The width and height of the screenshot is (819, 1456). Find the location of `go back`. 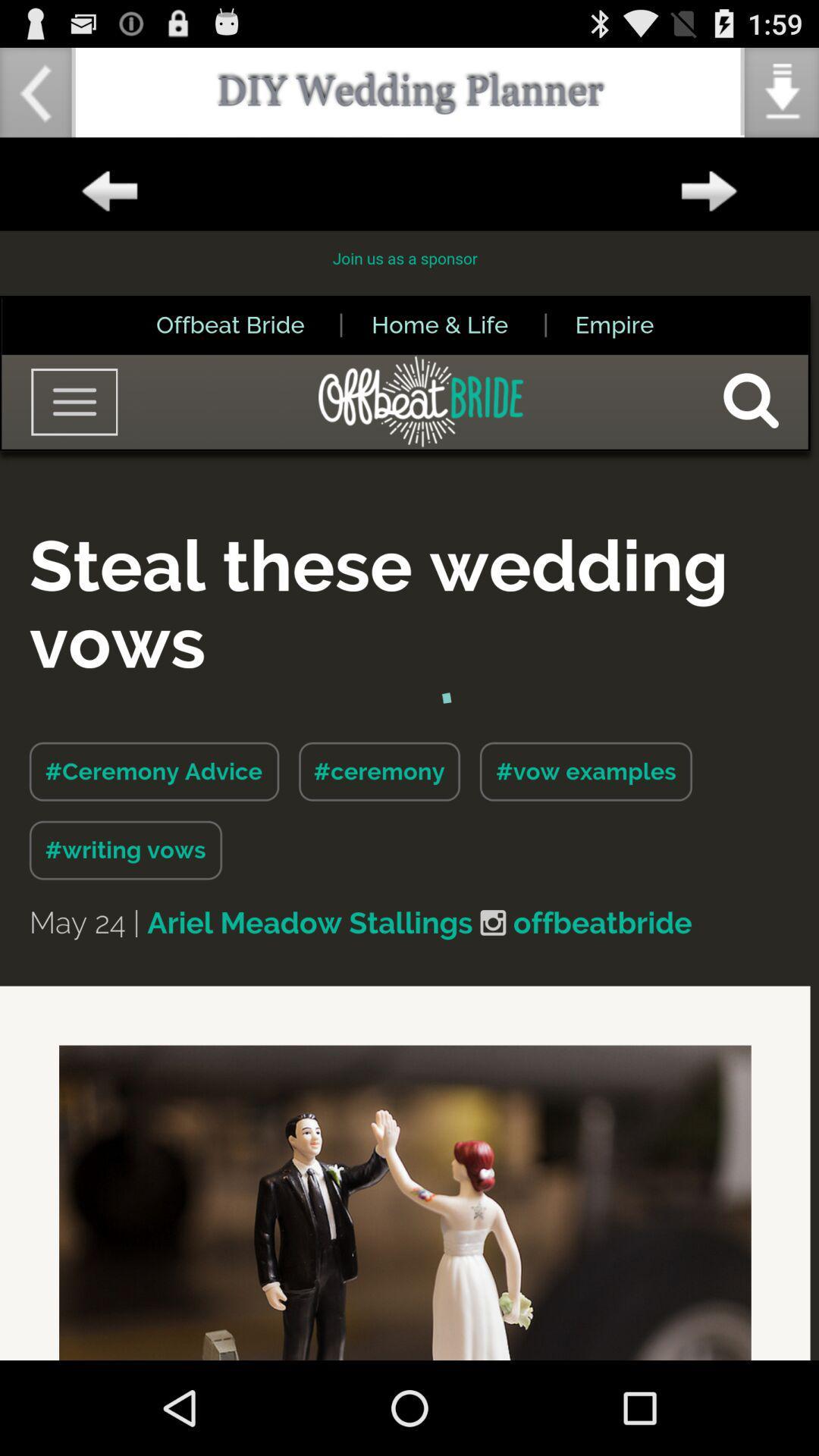

go back is located at coordinates (108, 191).